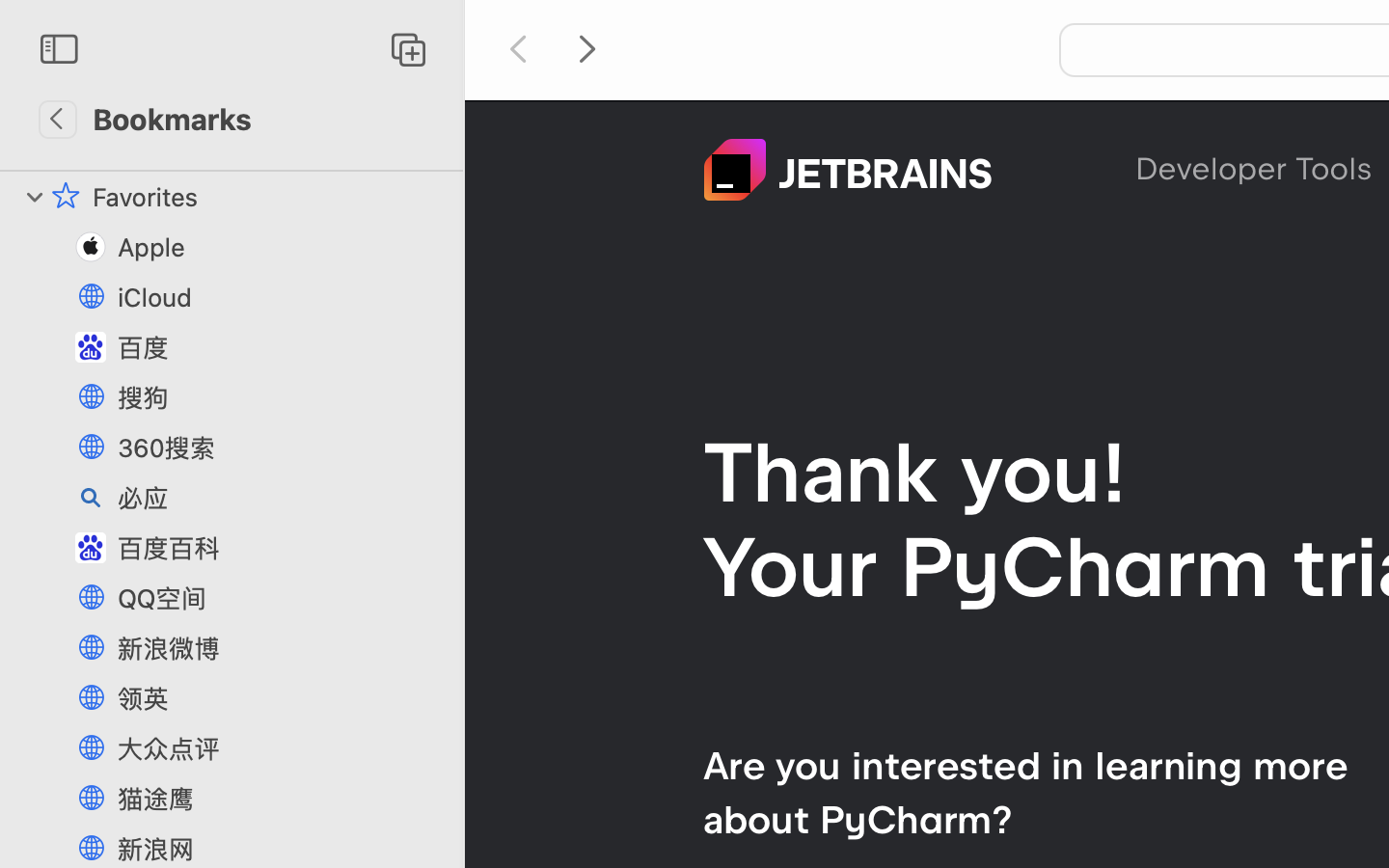 This screenshot has width=1389, height=868. I want to click on 'Thank you!', so click(914, 471).